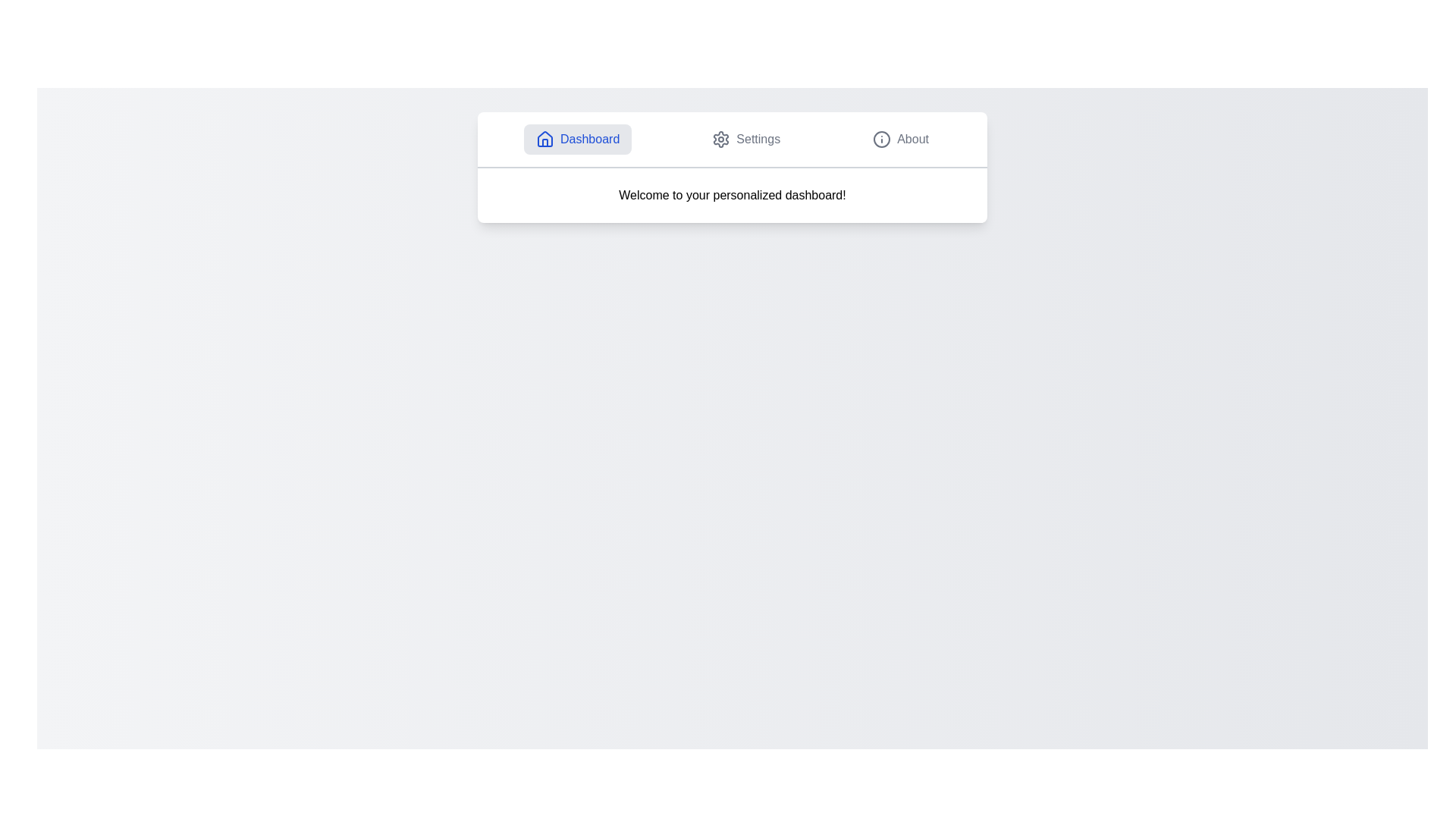 Image resolution: width=1456 pixels, height=819 pixels. Describe the element at coordinates (901, 140) in the screenshot. I see `the About tab by clicking on its button` at that location.